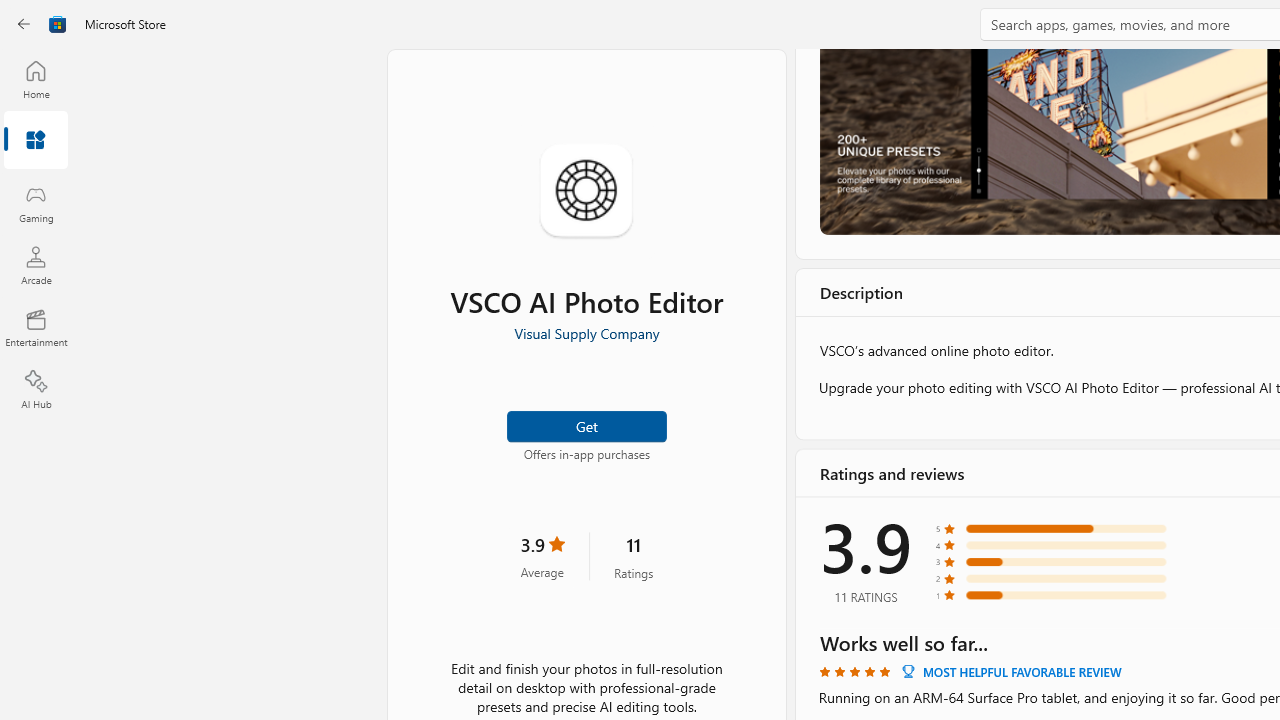 This screenshot has width=1280, height=720. Describe the element at coordinates (542, 556) in the screenshot. I see `'3.9 stars. Click to skip to ratings and reviews'` at that location.